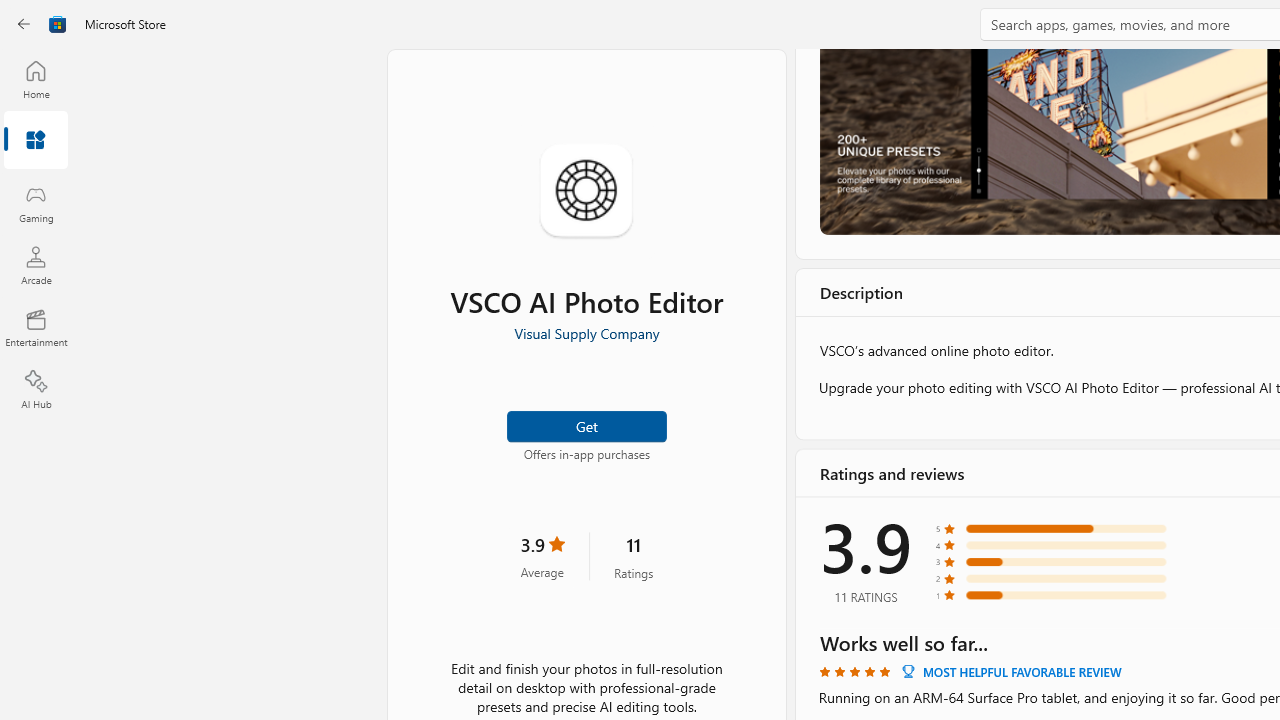 This screenshot has width=1280, height=720. Describe the element at coordinates (542, 556) in the screenshot. I see `'3.9 stars. Click to skip to ratings and reviews'` at that location.